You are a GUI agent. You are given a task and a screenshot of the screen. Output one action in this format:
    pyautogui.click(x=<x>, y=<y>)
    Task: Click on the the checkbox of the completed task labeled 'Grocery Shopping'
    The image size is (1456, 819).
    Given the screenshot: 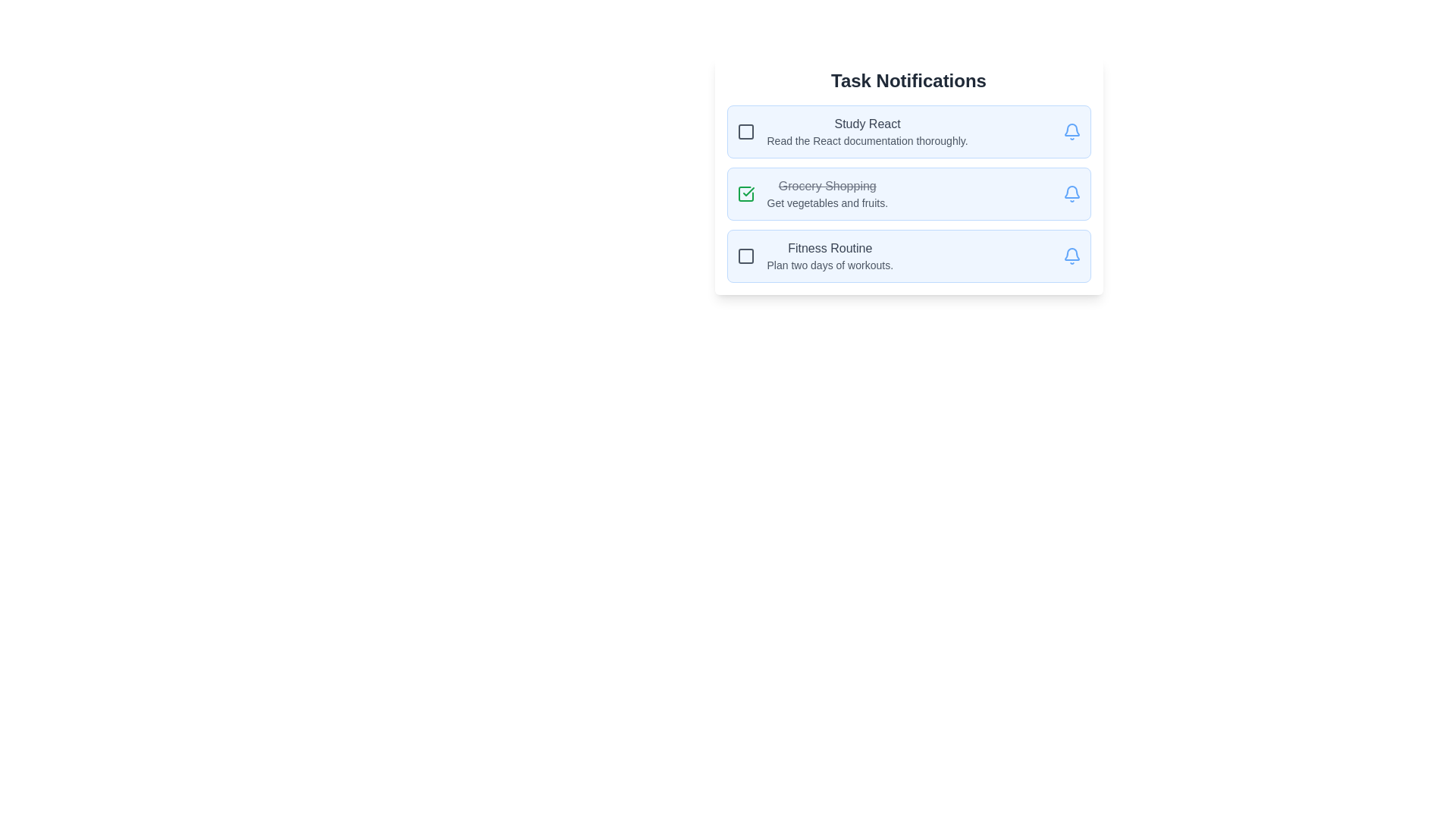 What is the action you would take?
    pyautogui.click(x=811, y=193)
    